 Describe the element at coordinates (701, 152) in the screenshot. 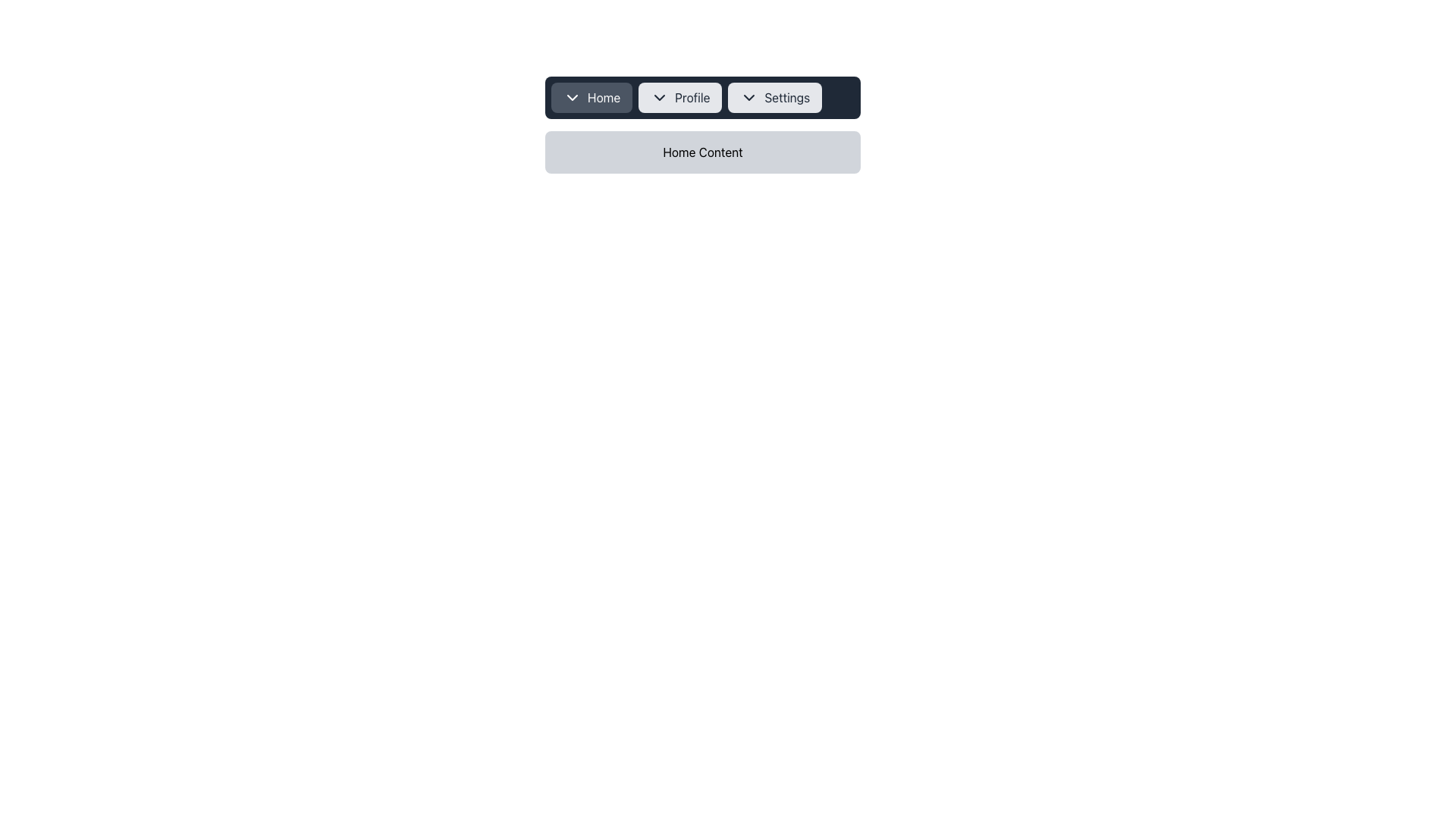

I see `the static text label that serves as a header or section descriptor for the content related to 'Home', positioned directly beneath the navigation bar` at that location.